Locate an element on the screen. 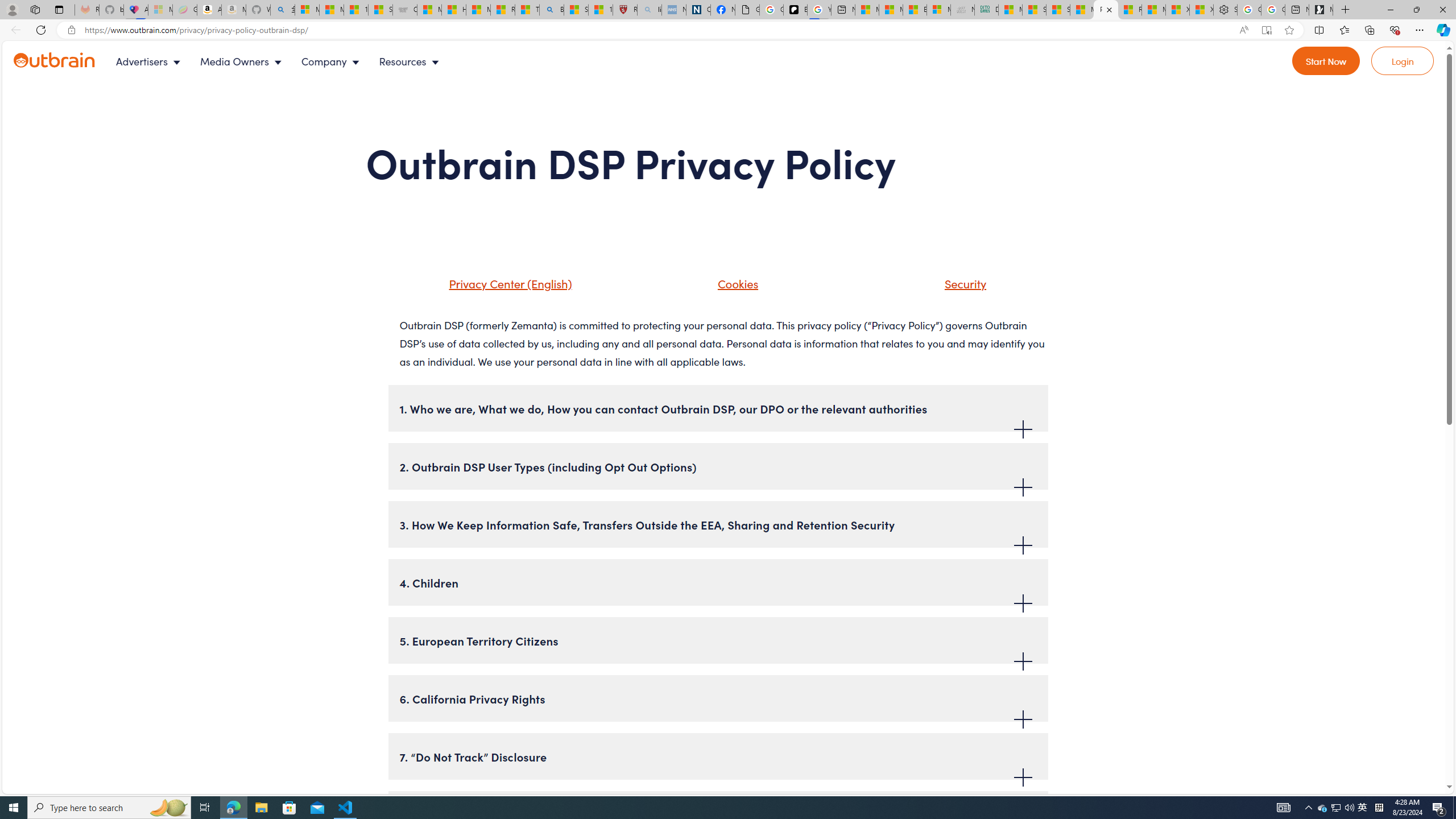  'Company' is located at coordinates (333, 61).